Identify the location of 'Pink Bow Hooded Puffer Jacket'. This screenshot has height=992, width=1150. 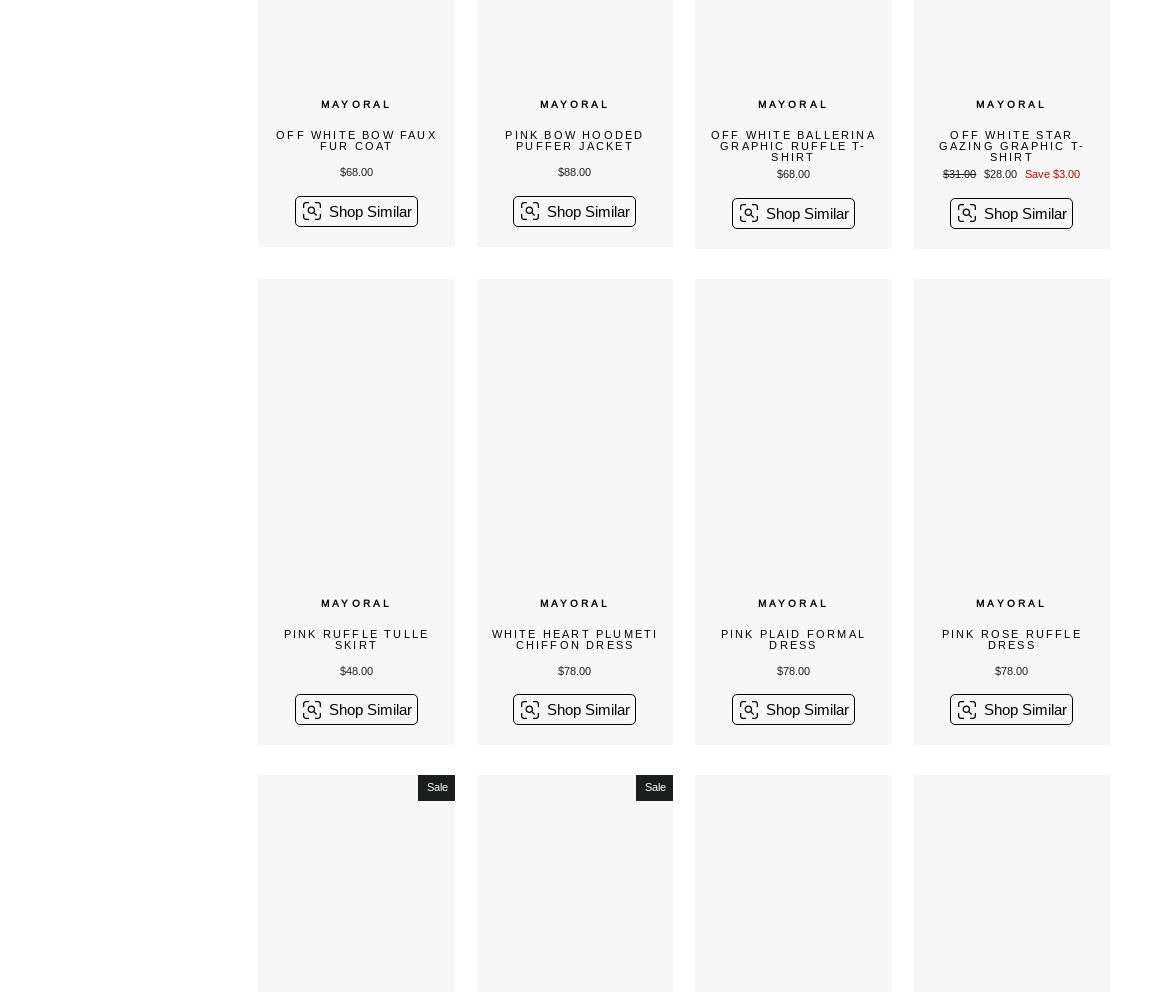
(504, 140).